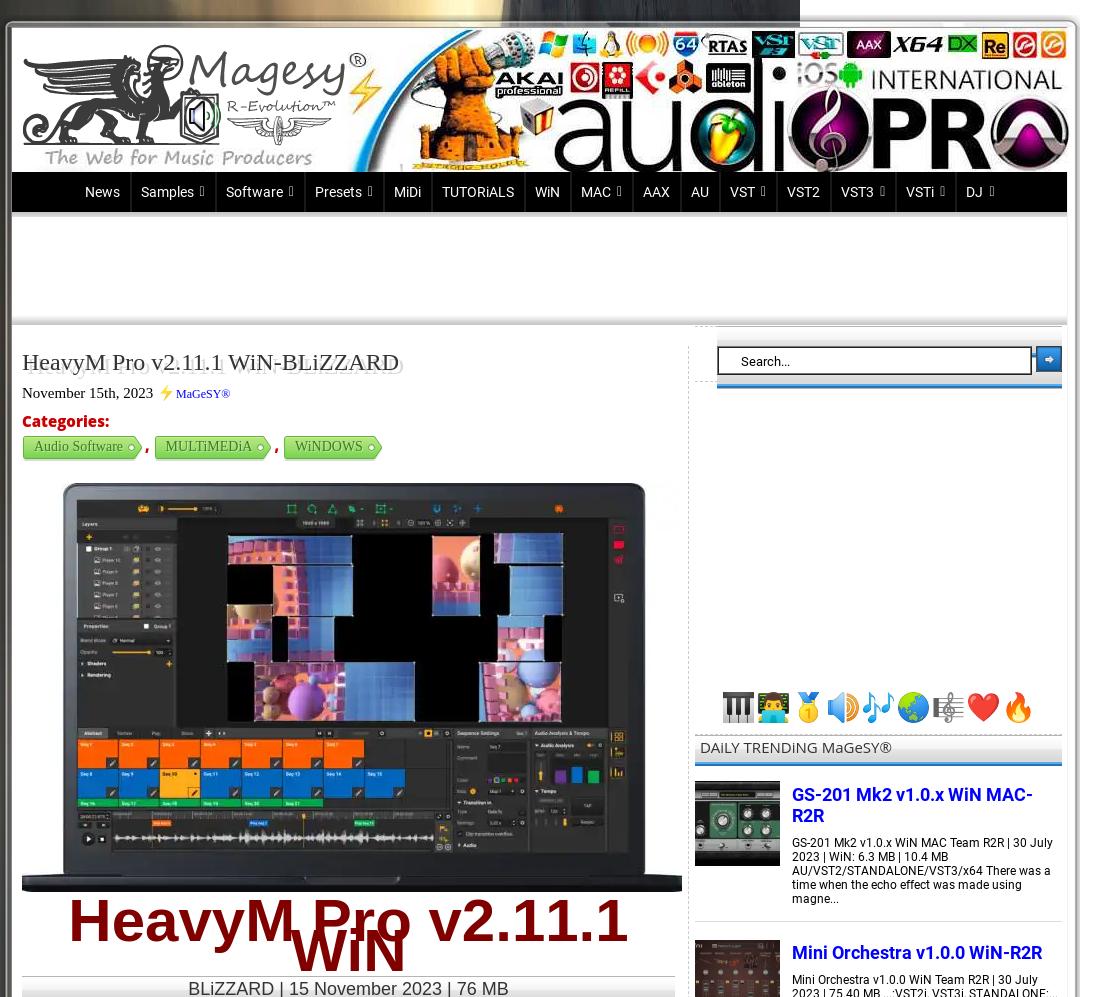  What do you see at coordinates (328, 542) in the screenshot?
I see `'FM8'` at bounding box center [328, 542].